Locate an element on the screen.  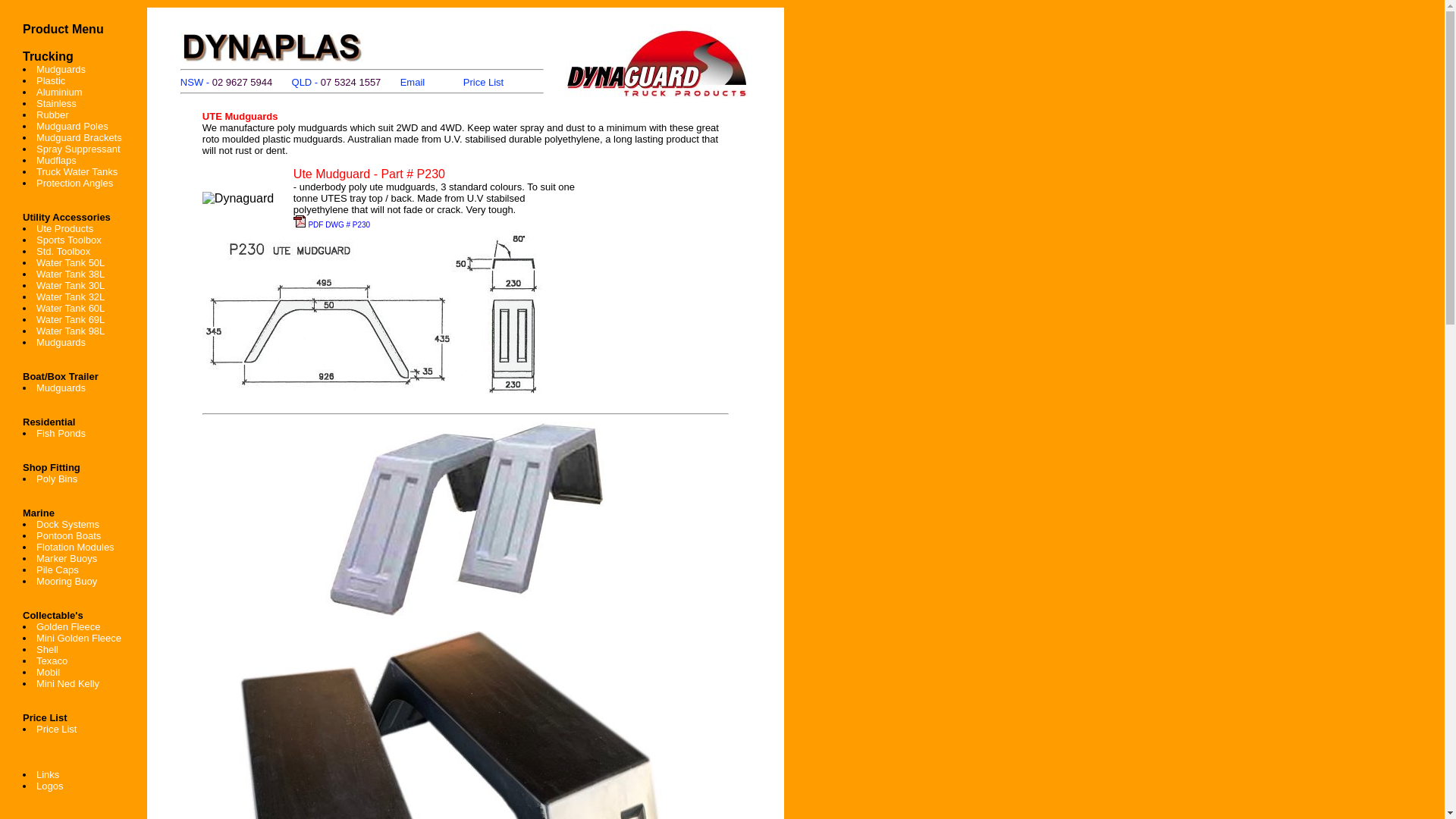
'Water Tank 30L' is located at coordinates (69, 285).